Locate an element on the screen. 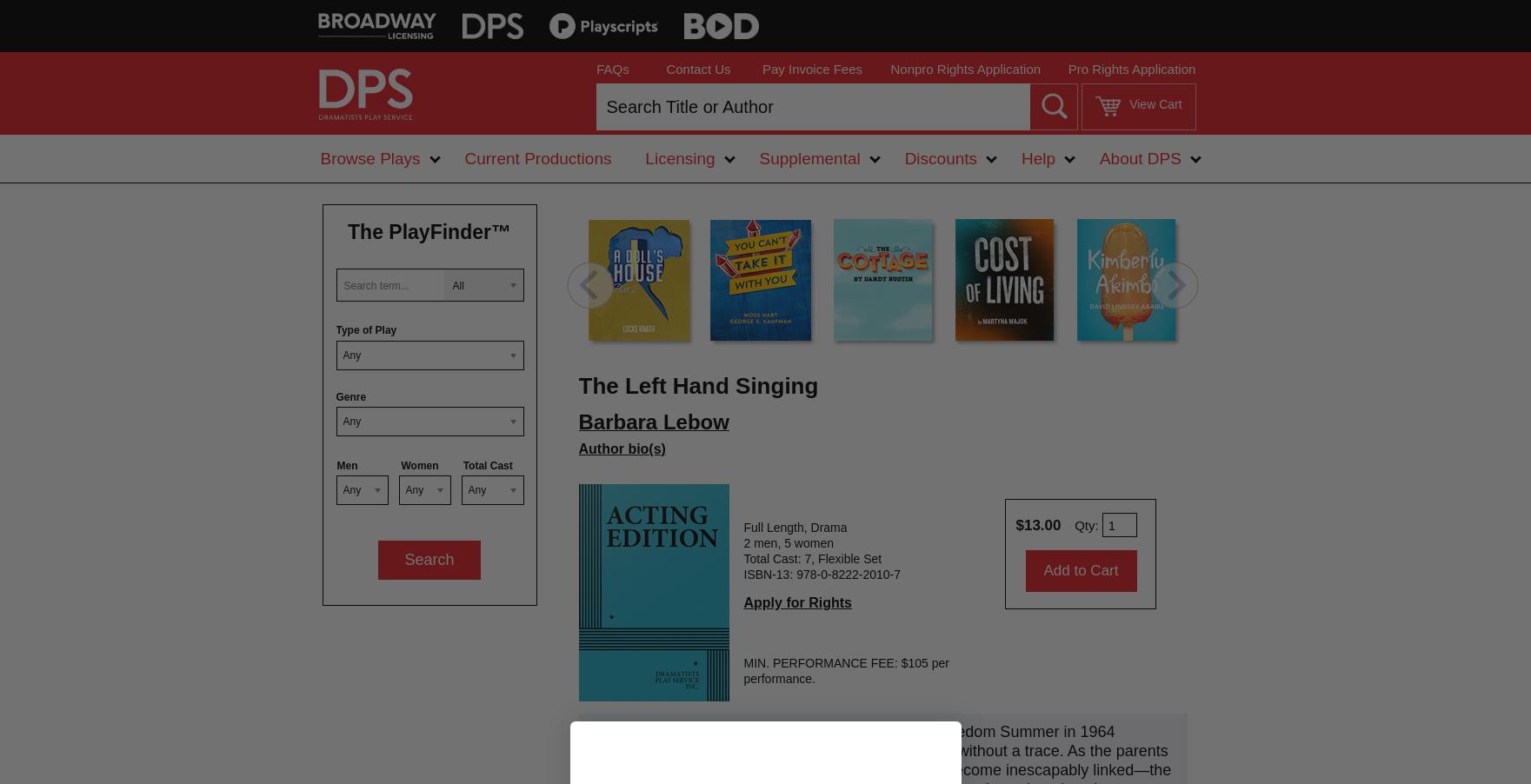 This screenshot has width=1531, height=784. 'MIN. PERFORMANCE FEE: $105 per performance.' is located at coordinates (845, 670).